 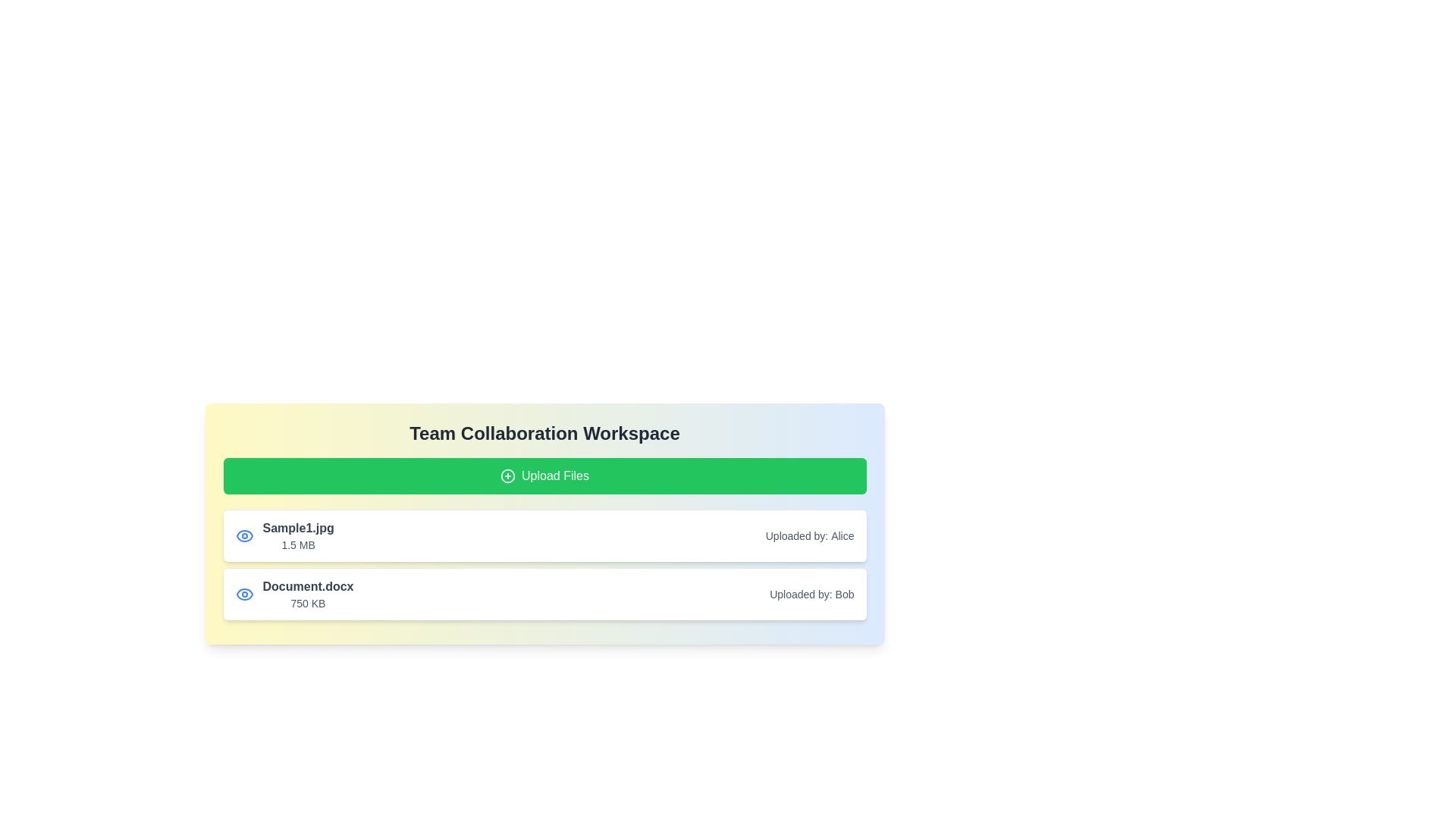 I want to click on the icon representing the preview action for 'Document.docx', so click(x=244, y=593).